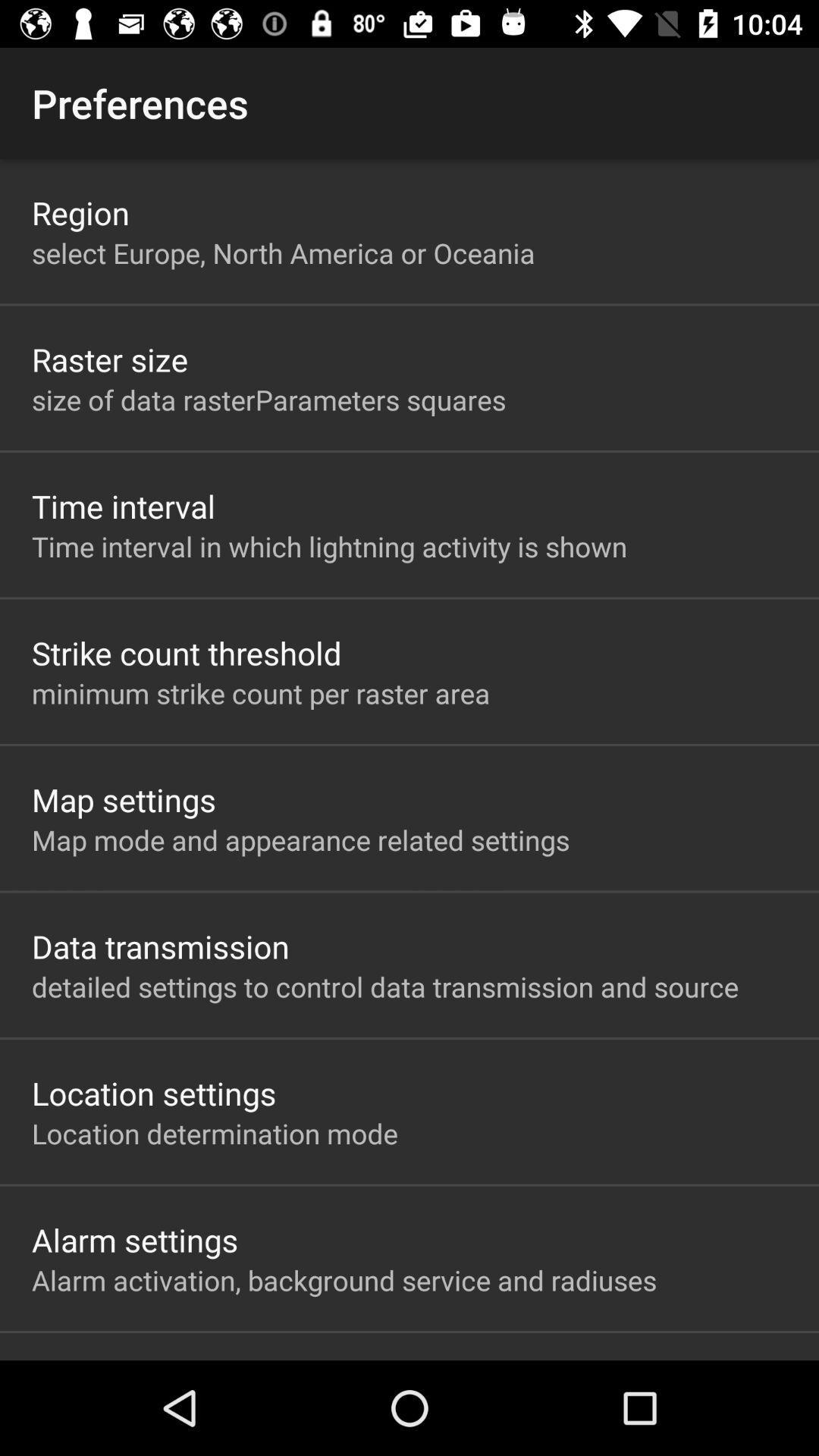 This screenshot has width=819, height=1456. What do you see at coordinates (268, 400) in the screenshot?
I see `the item above time interval` at bounding box center [268, 400].